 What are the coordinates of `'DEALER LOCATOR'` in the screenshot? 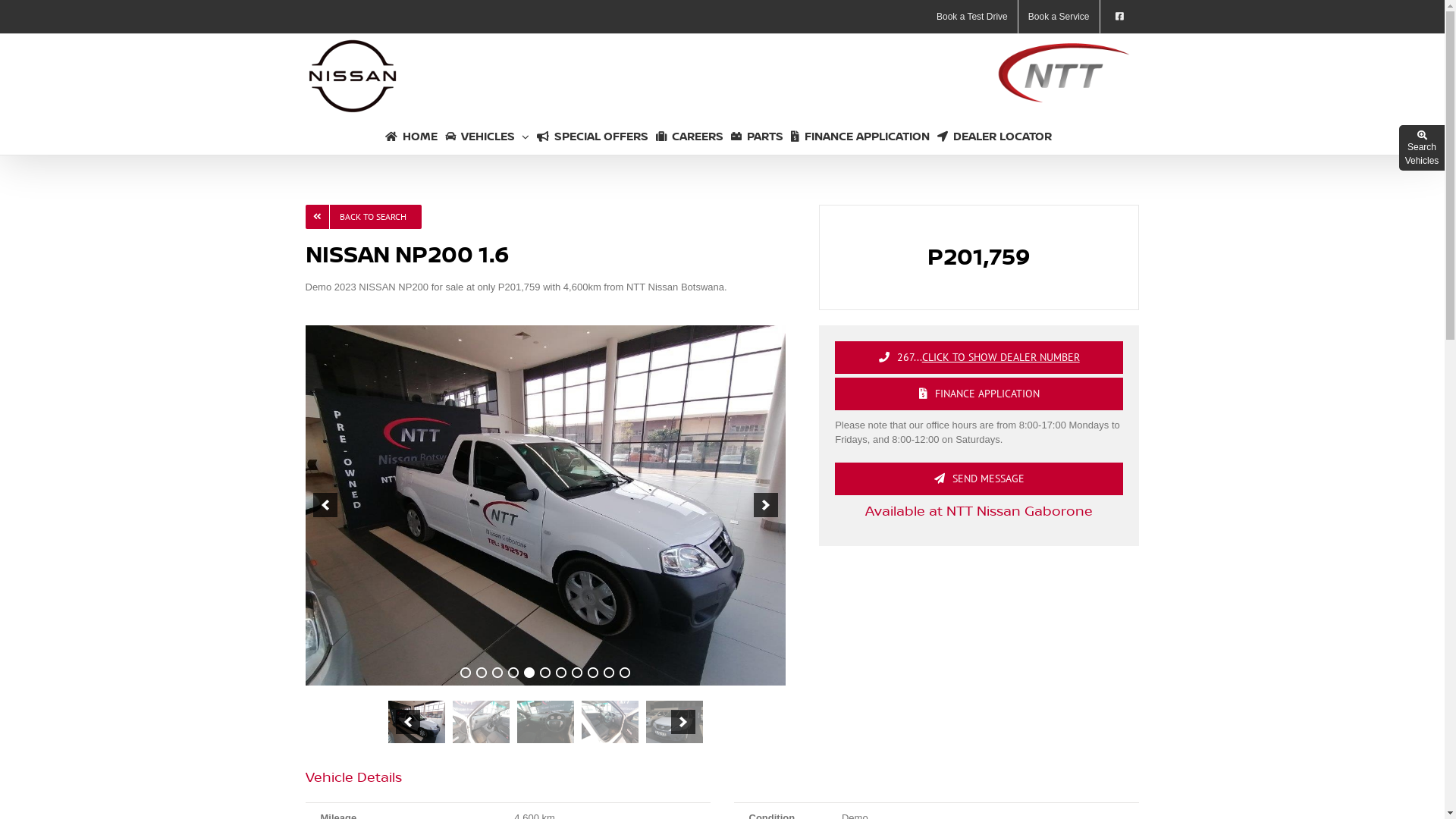 It's located at (994, 134).